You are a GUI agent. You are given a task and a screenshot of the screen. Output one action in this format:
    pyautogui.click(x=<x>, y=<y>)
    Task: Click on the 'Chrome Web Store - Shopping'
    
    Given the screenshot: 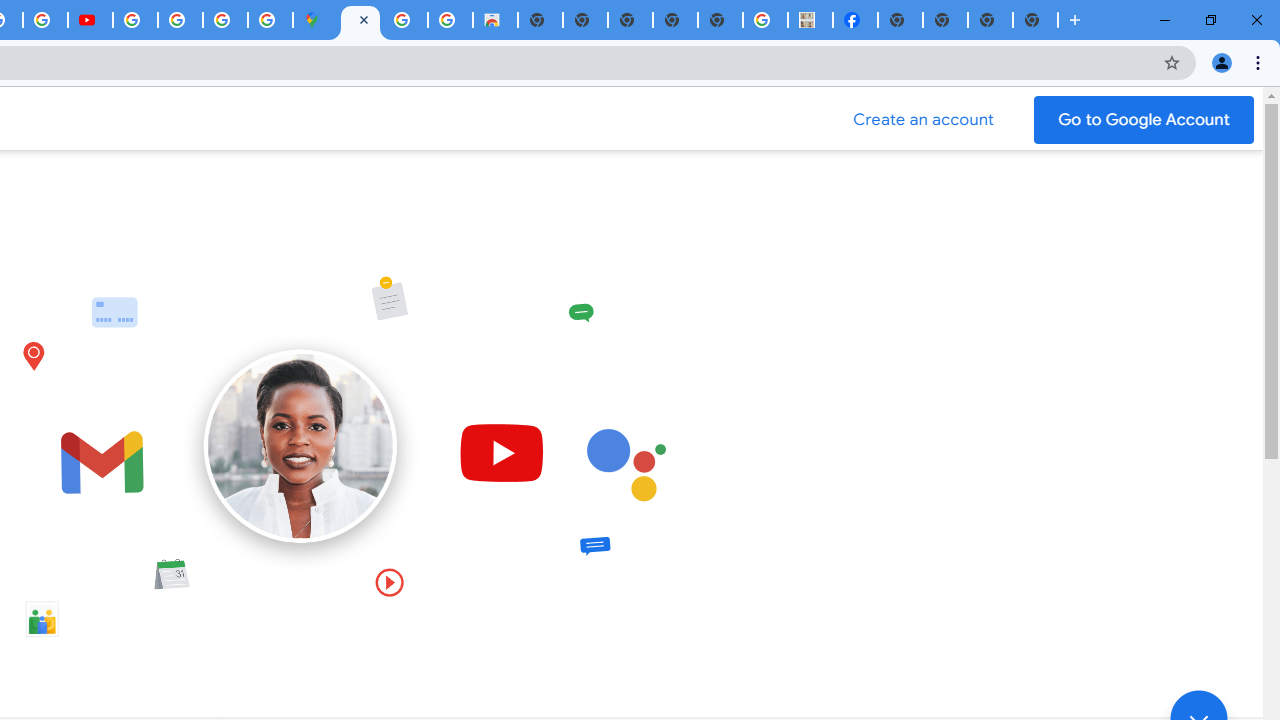 What is the action you would take?
    pyautogui.click(x=495, y=20)
    